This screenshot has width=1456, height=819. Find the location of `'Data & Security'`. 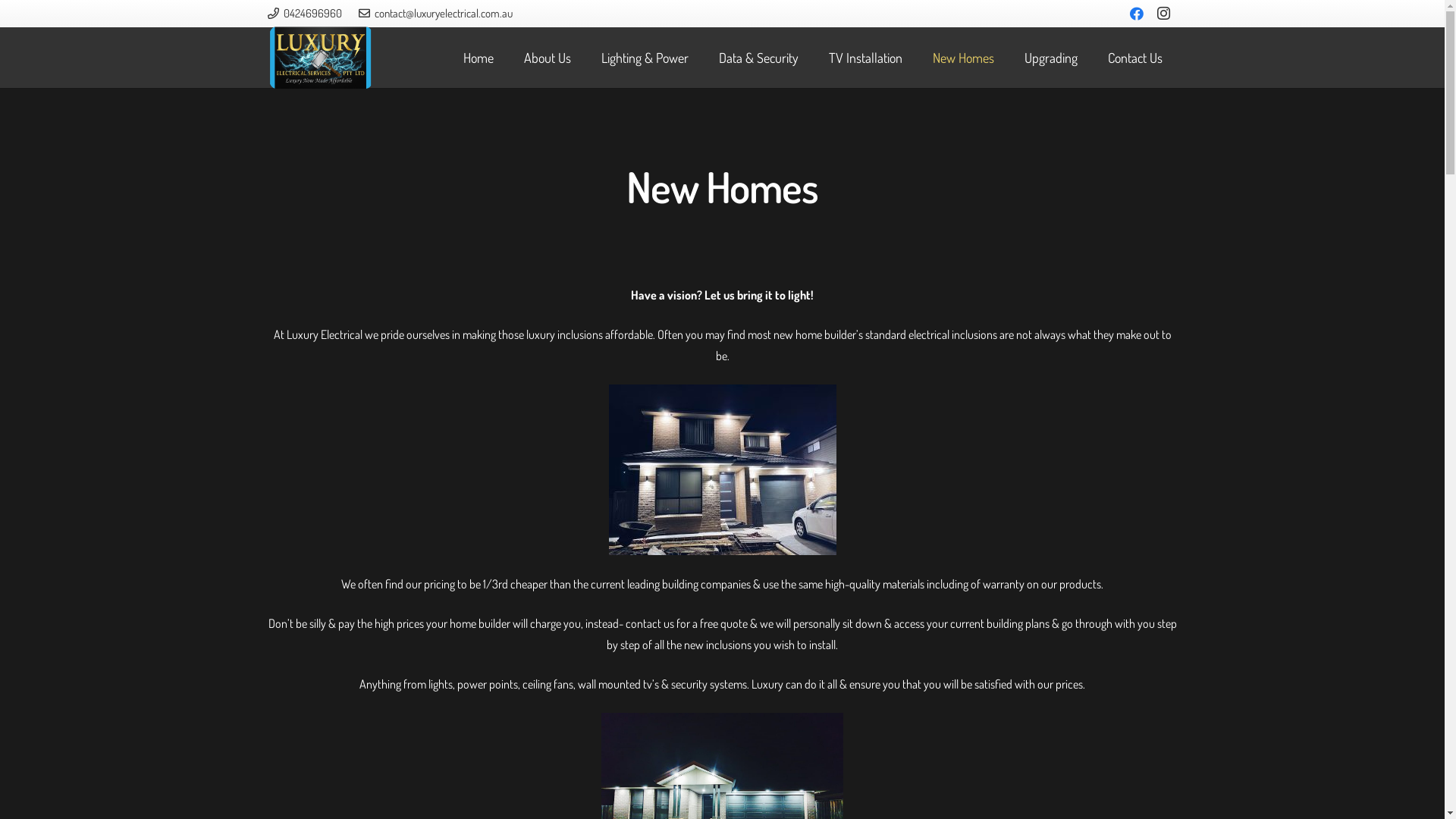

'Data & Security' is located at coordinates (758, 57).